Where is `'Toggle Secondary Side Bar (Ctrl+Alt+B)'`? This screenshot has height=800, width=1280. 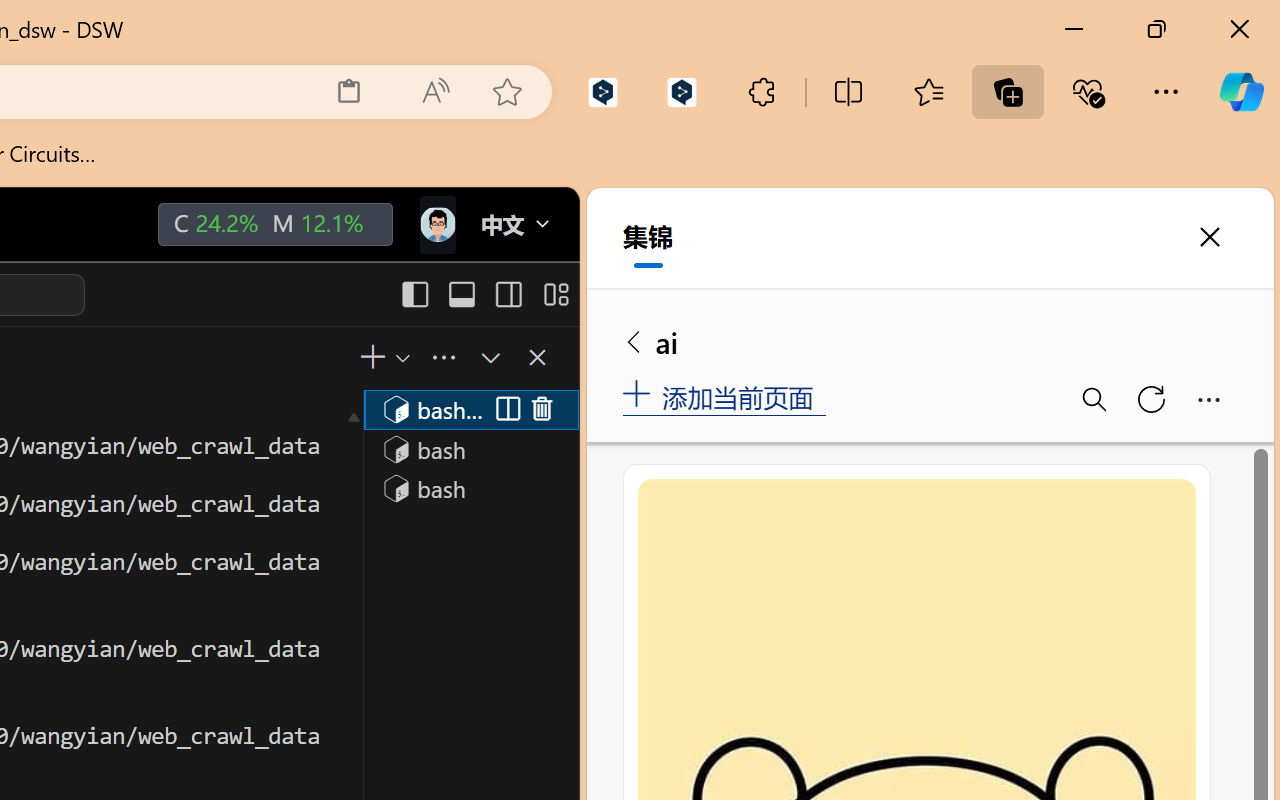
'Toggle Secondary Side Bar (Ctrl+Alt+B)' is located at coordinates (506, 294).